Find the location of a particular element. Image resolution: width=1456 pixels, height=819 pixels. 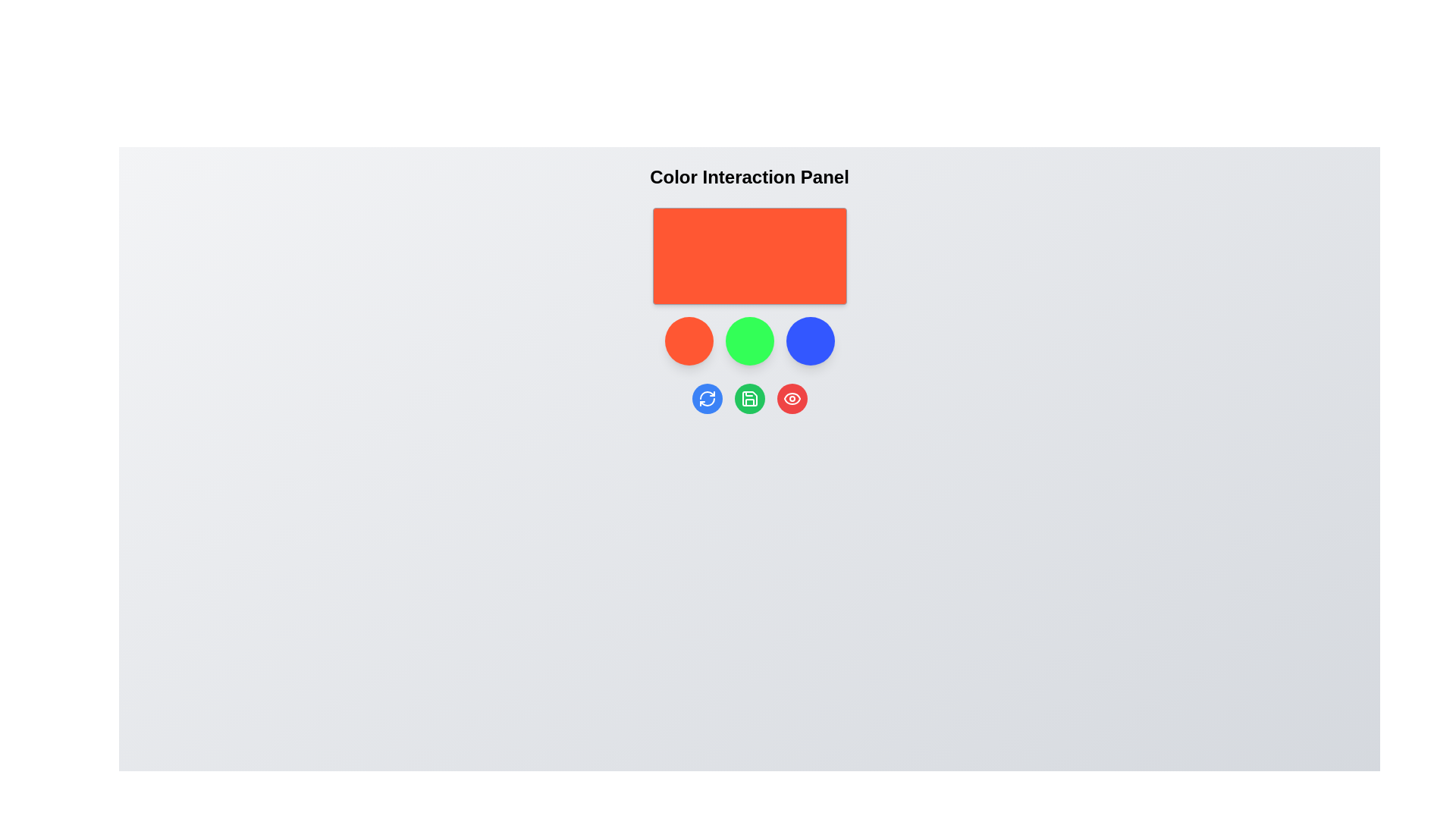

the middle save button, which is part of a horizontal group of three circular buttons, to activate an advanced save action is located at coordinates (749, 397).